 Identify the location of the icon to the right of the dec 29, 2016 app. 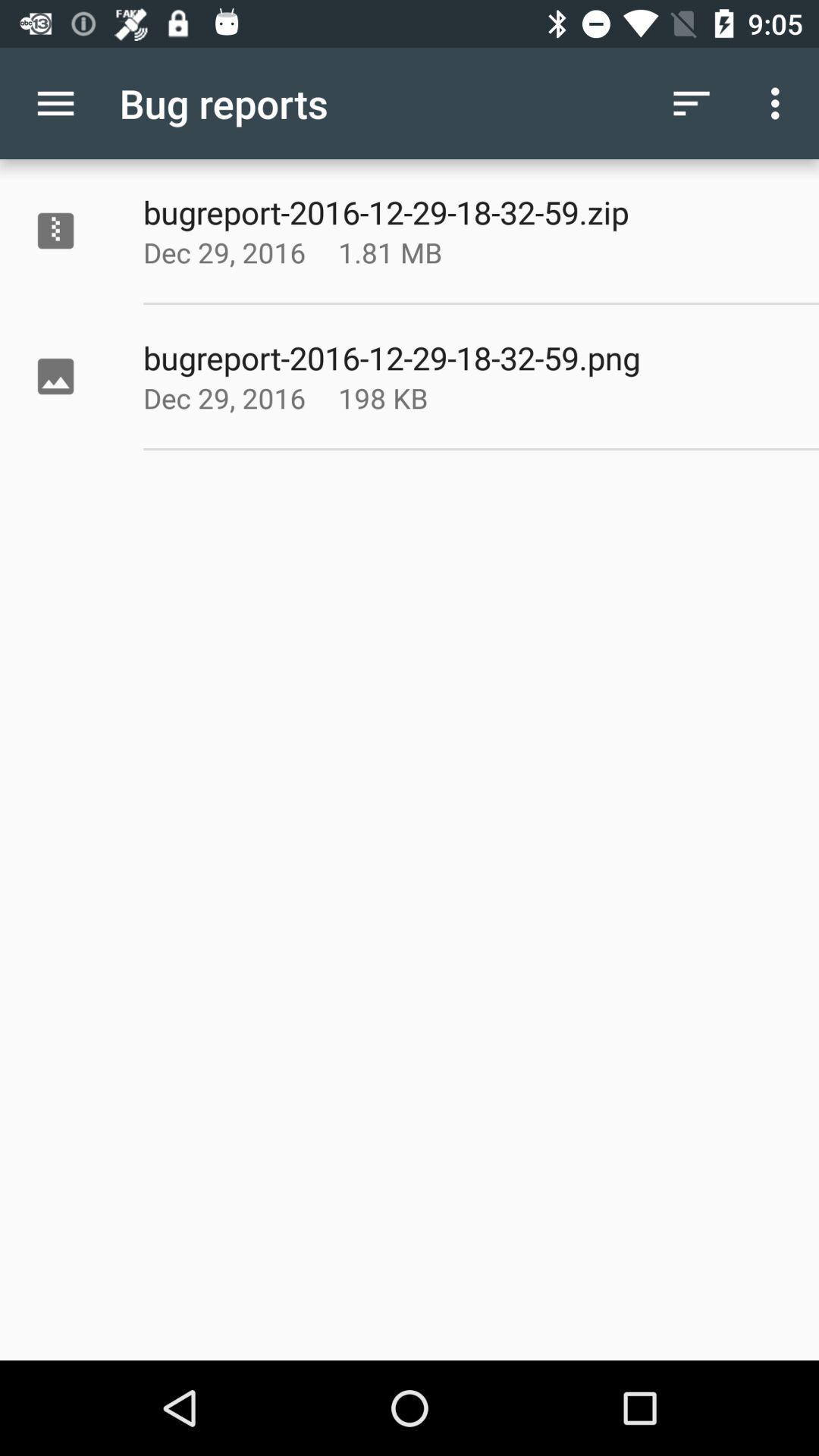
(428, 397).